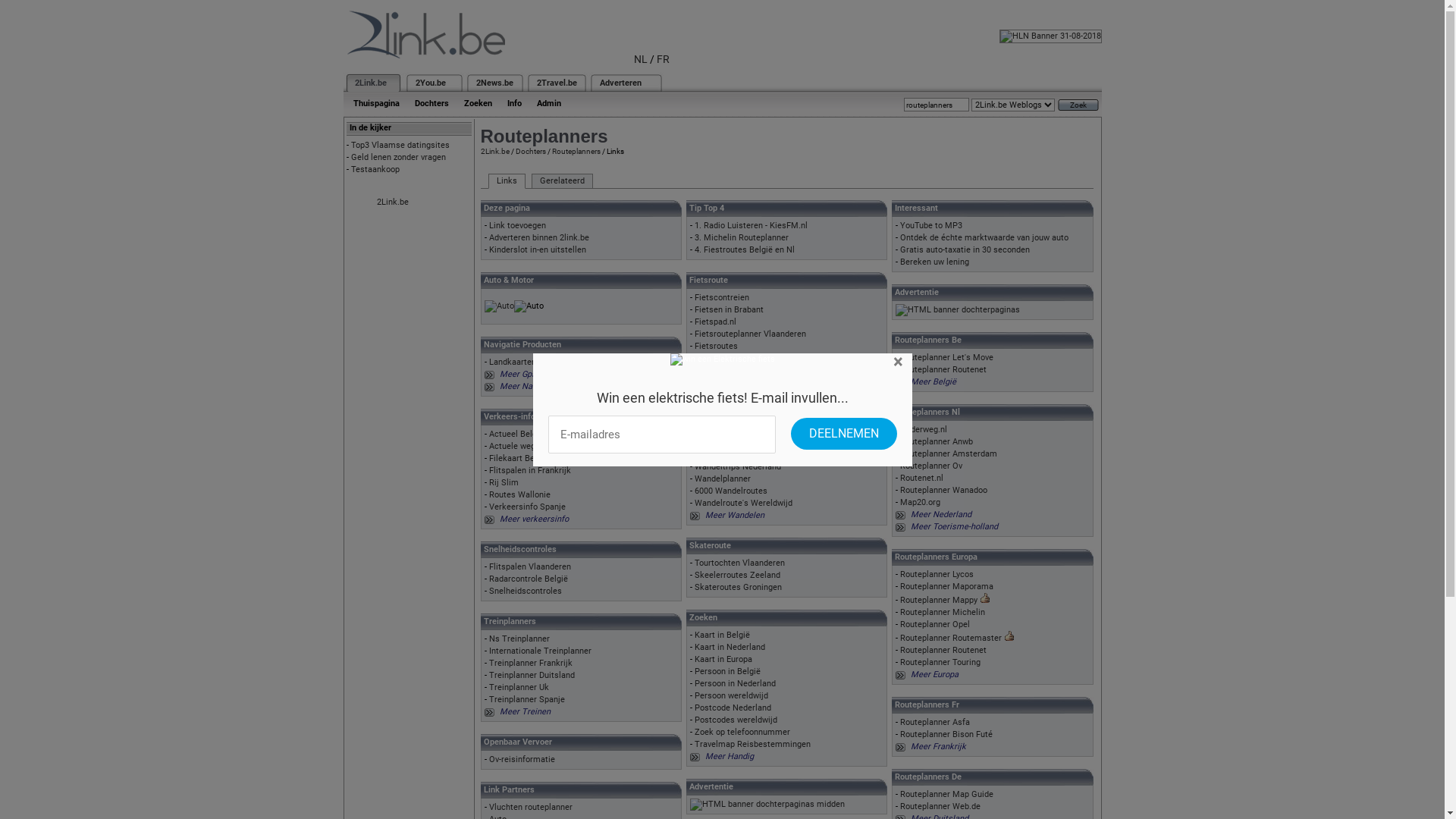 Image resolution: width=1456 pixels, height=819 pixels. What do you see at coordinates (494, 83) in the screenshot?
I see `'2News.be'` at bounding box center [494, 83].